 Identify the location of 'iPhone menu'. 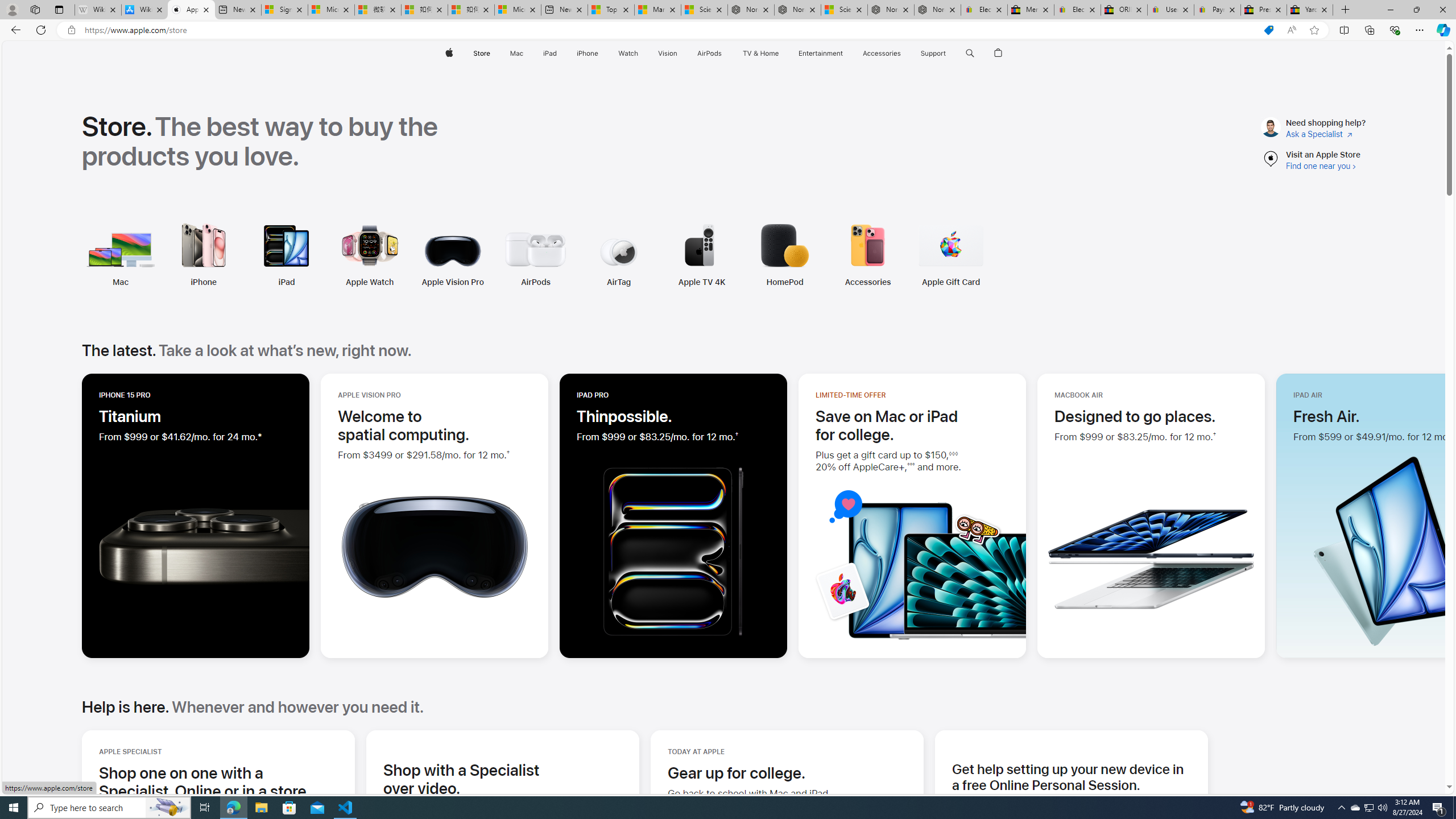
(600, 53).